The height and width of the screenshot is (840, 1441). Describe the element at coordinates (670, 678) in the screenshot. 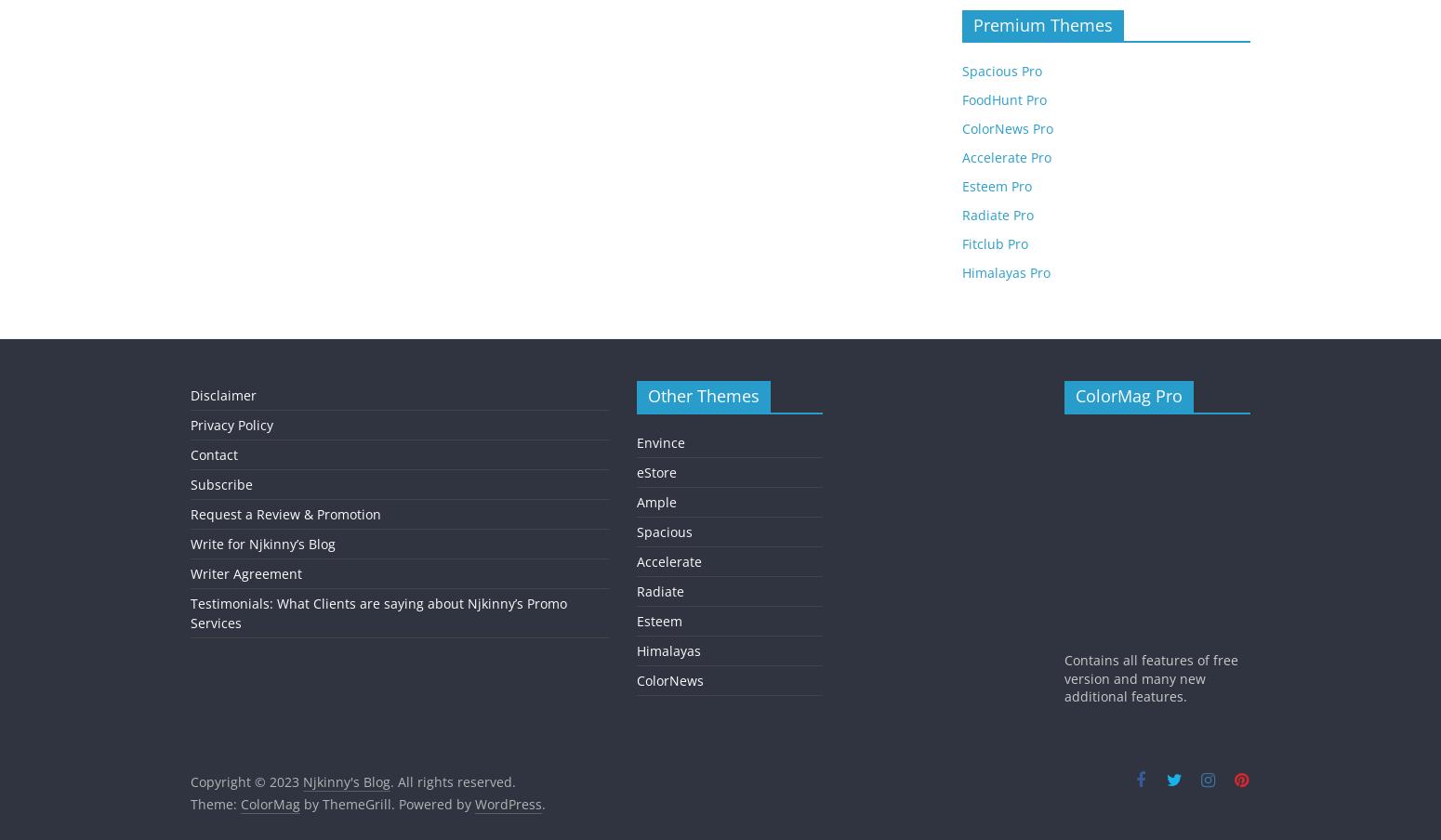

I see `'ColorNews'` at that location.